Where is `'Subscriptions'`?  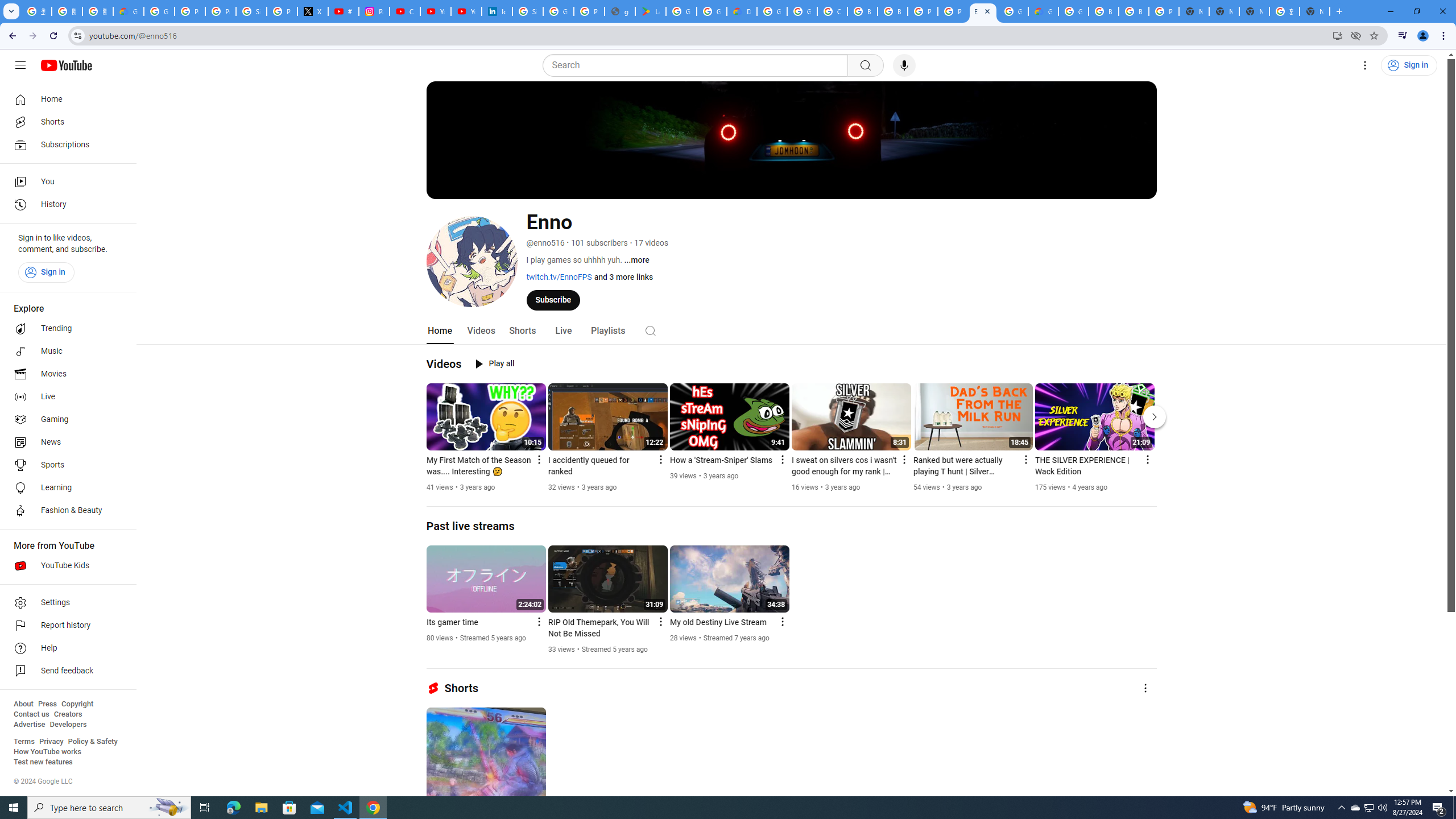 'Subscriptions' is located at coordinates (64, 144).